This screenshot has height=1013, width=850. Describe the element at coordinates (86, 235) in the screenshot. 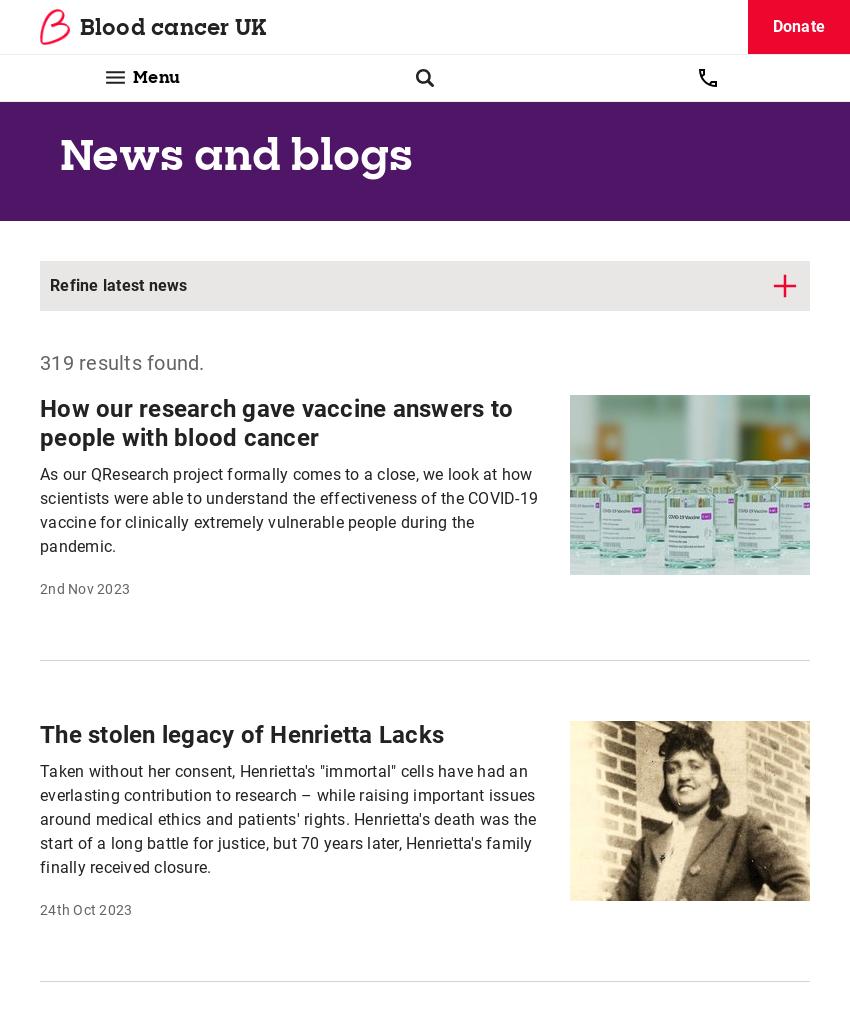

I see `'11th Aug 2023'` at that location.